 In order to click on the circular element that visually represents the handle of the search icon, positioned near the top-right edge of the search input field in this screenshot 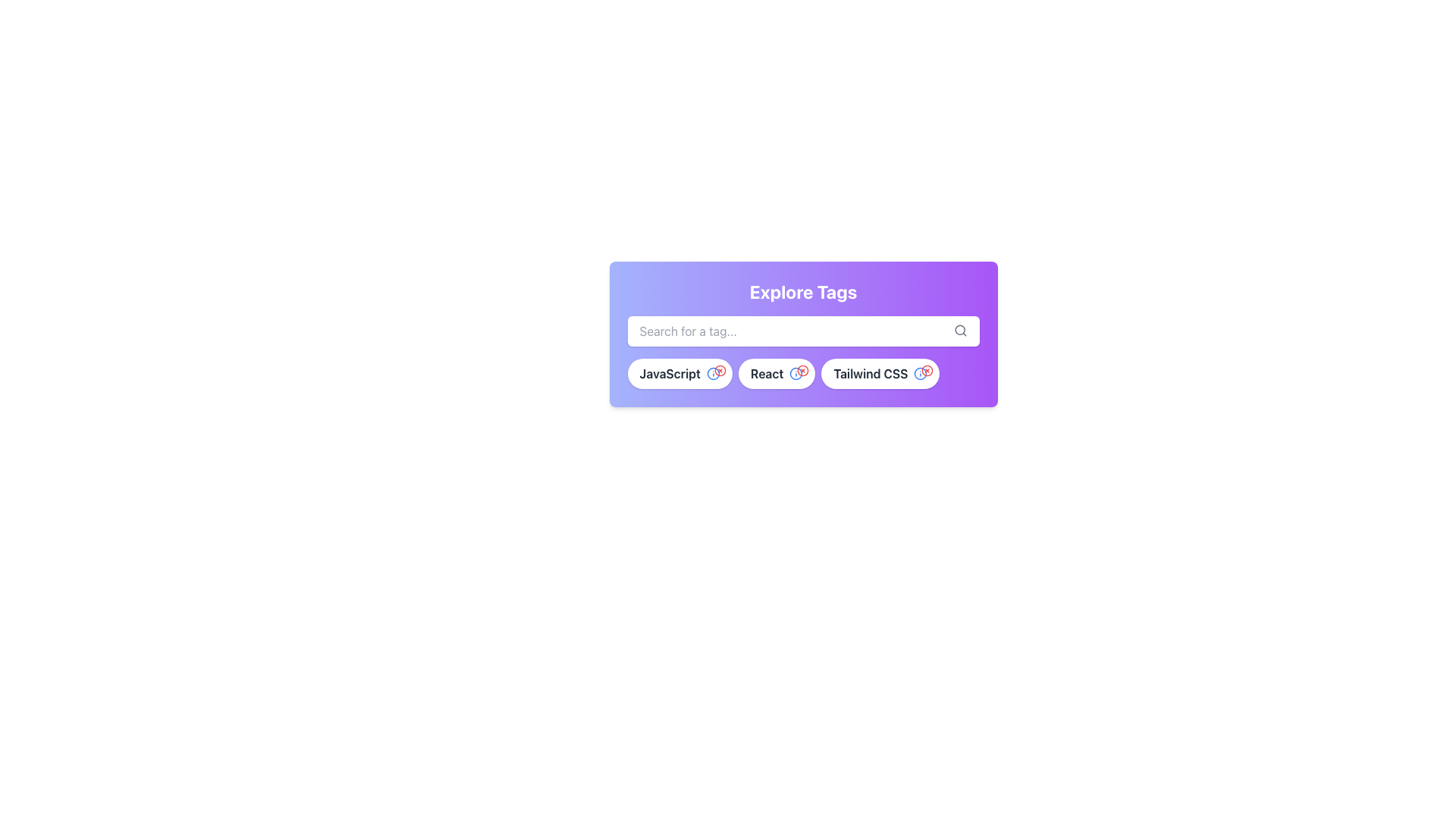, I will do `click(959, 329)`.